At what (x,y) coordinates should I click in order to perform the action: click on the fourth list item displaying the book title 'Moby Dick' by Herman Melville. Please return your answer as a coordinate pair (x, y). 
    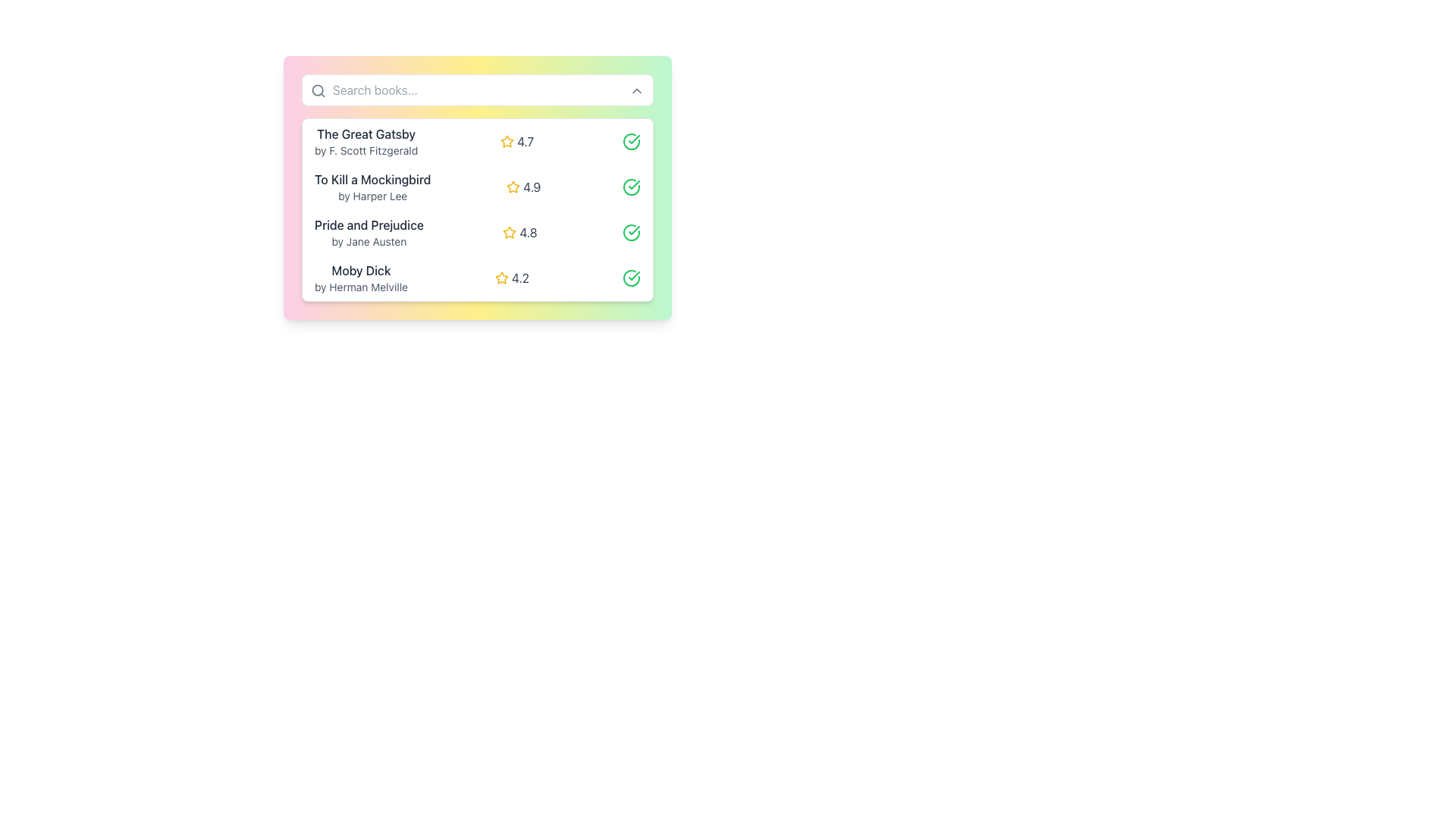
    Looking at the image, I should click on (476, 278).